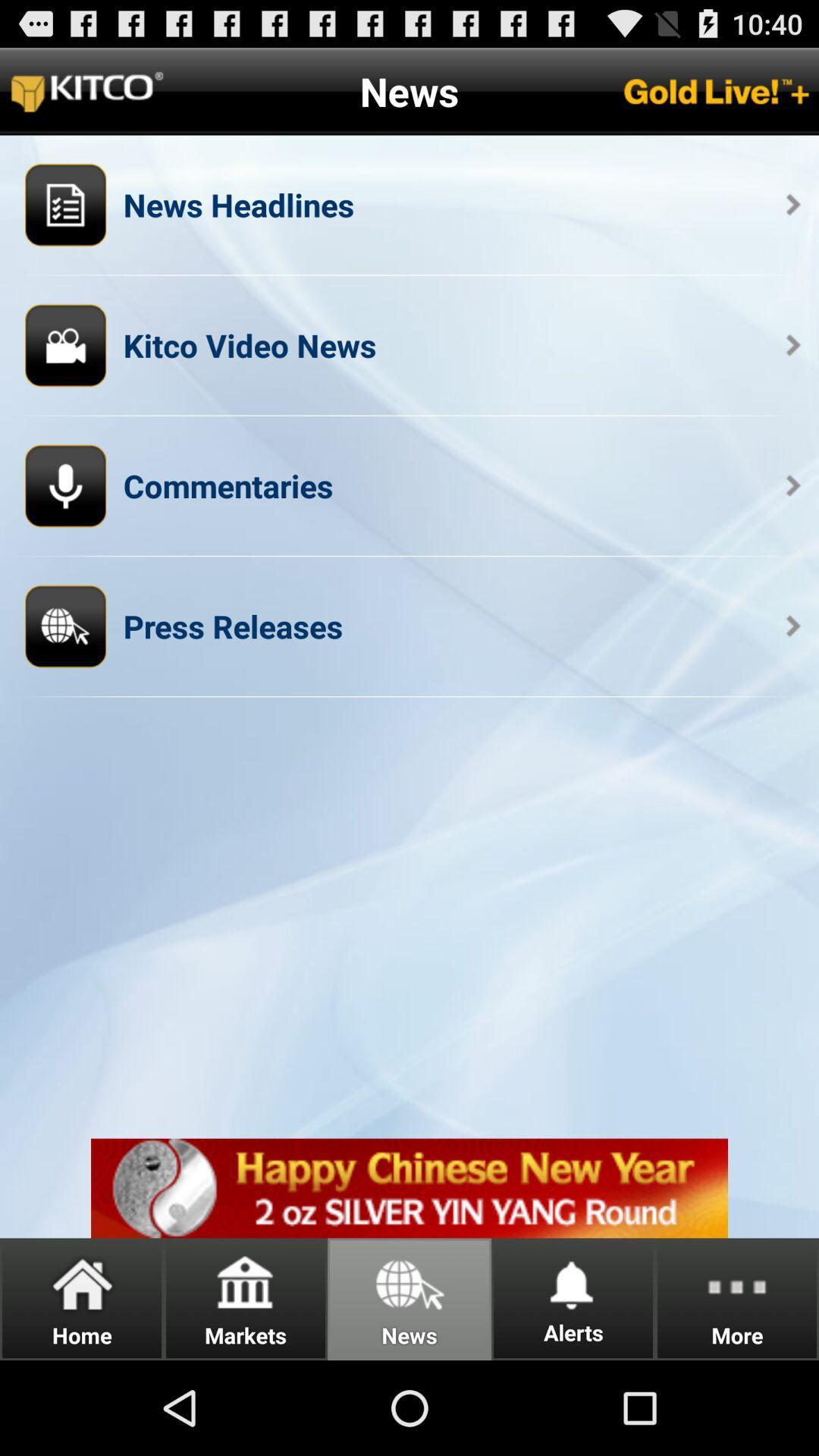  I want to click on adventisment page, so click(409, 1188).